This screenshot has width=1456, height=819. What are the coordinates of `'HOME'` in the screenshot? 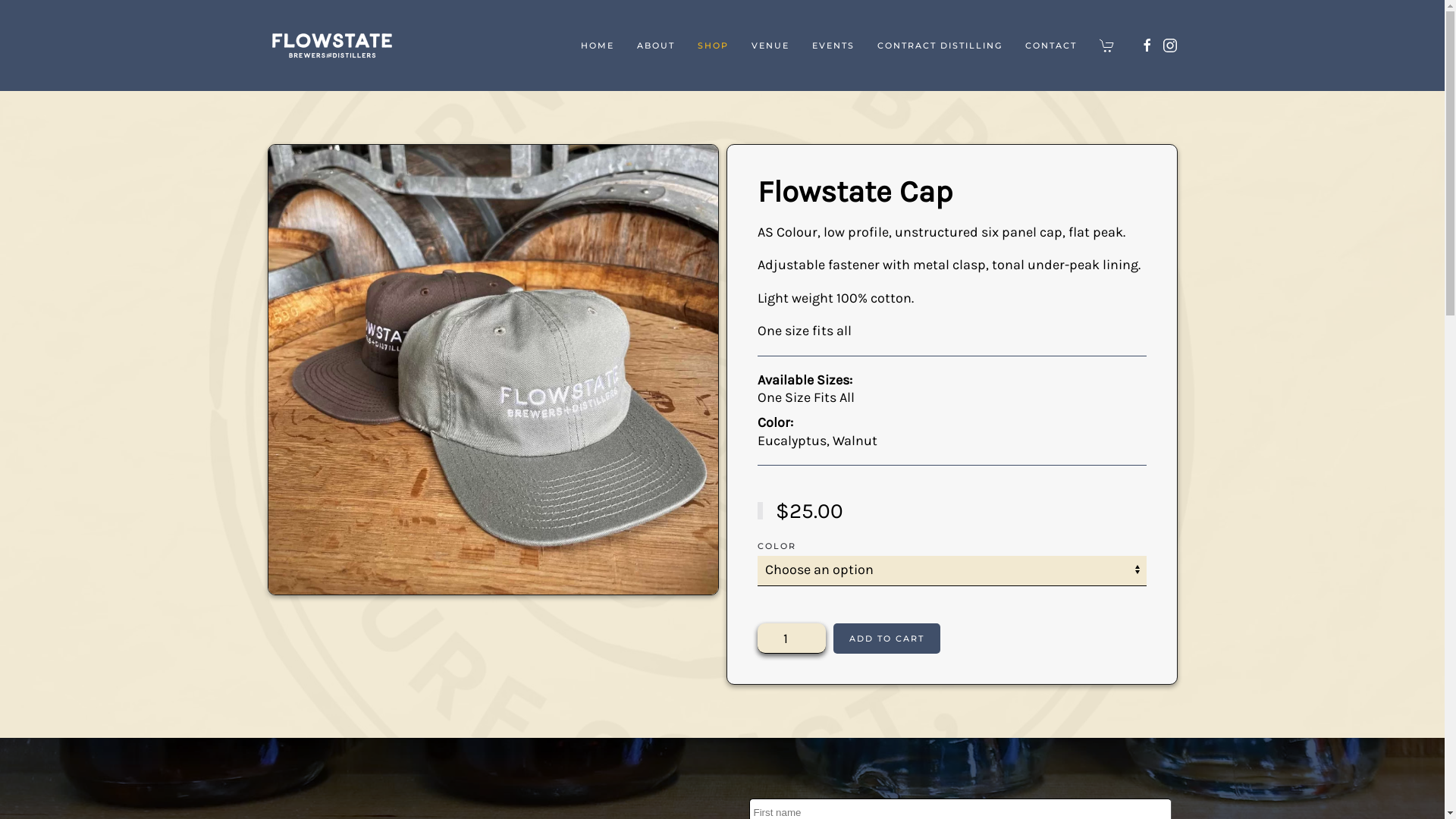 It's located at (596, 45).